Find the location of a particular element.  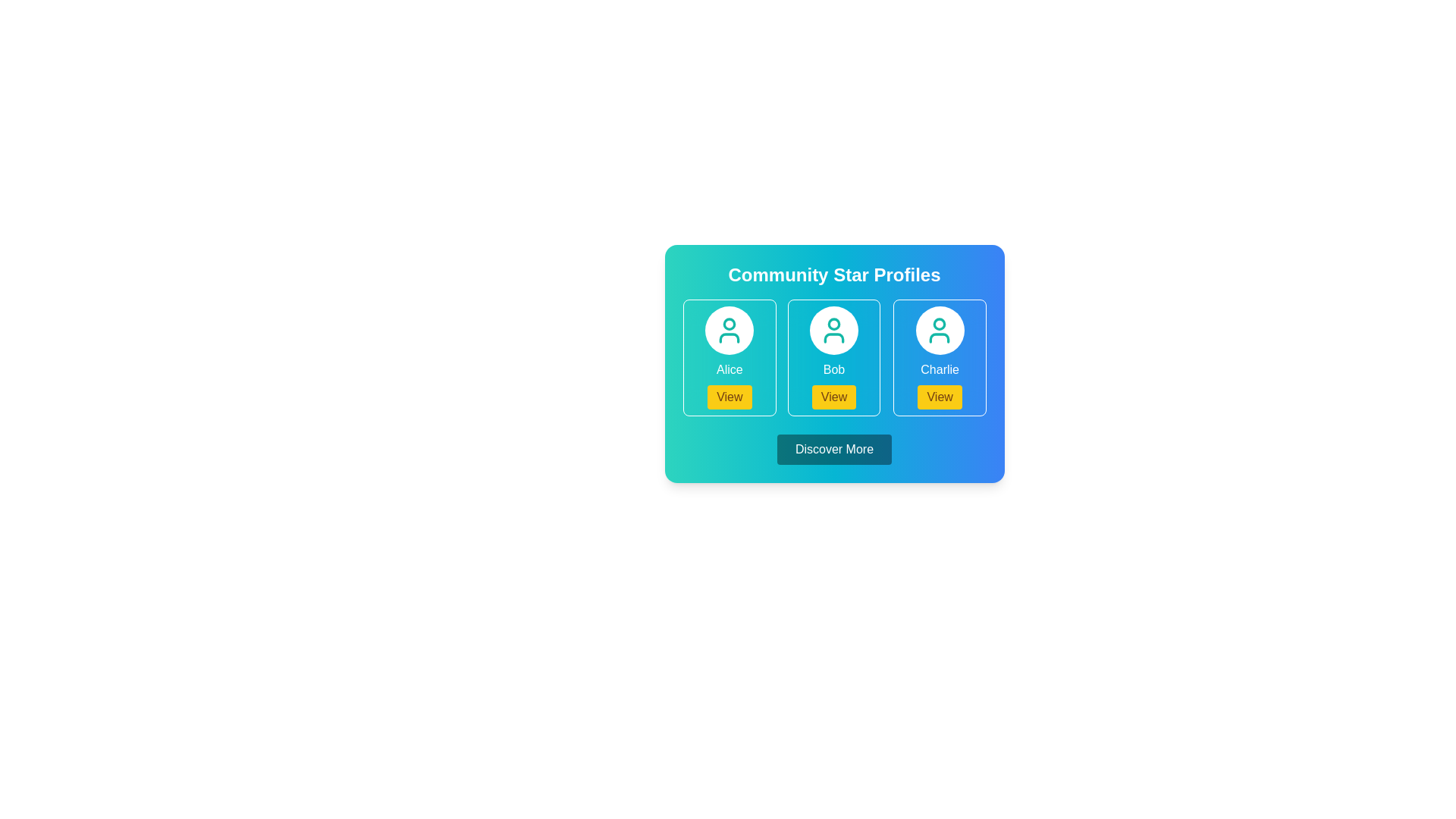

the circular avatar icon representing Alice within the 'Community Star Profiles' section is located at coordinates (729, 323).